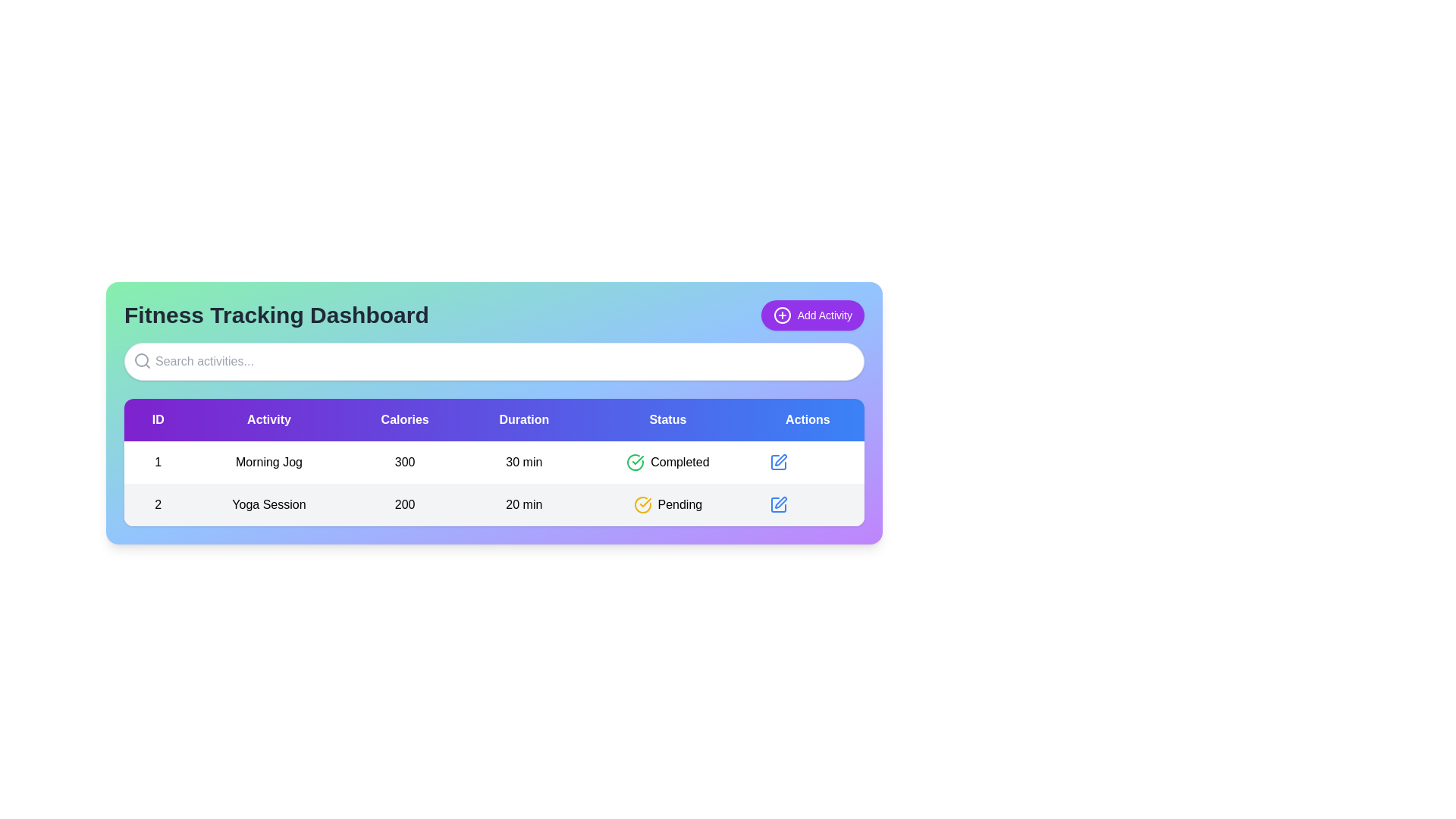  What do you see at coordinates (778, 461) in the screenshot?
I see `the second button under the 'Actions' column of the first row in the 'Fitness Tracking Dashboard' to initiate the edit operation for the 'Morning Jog' activity` at bounding box center [778, 461].